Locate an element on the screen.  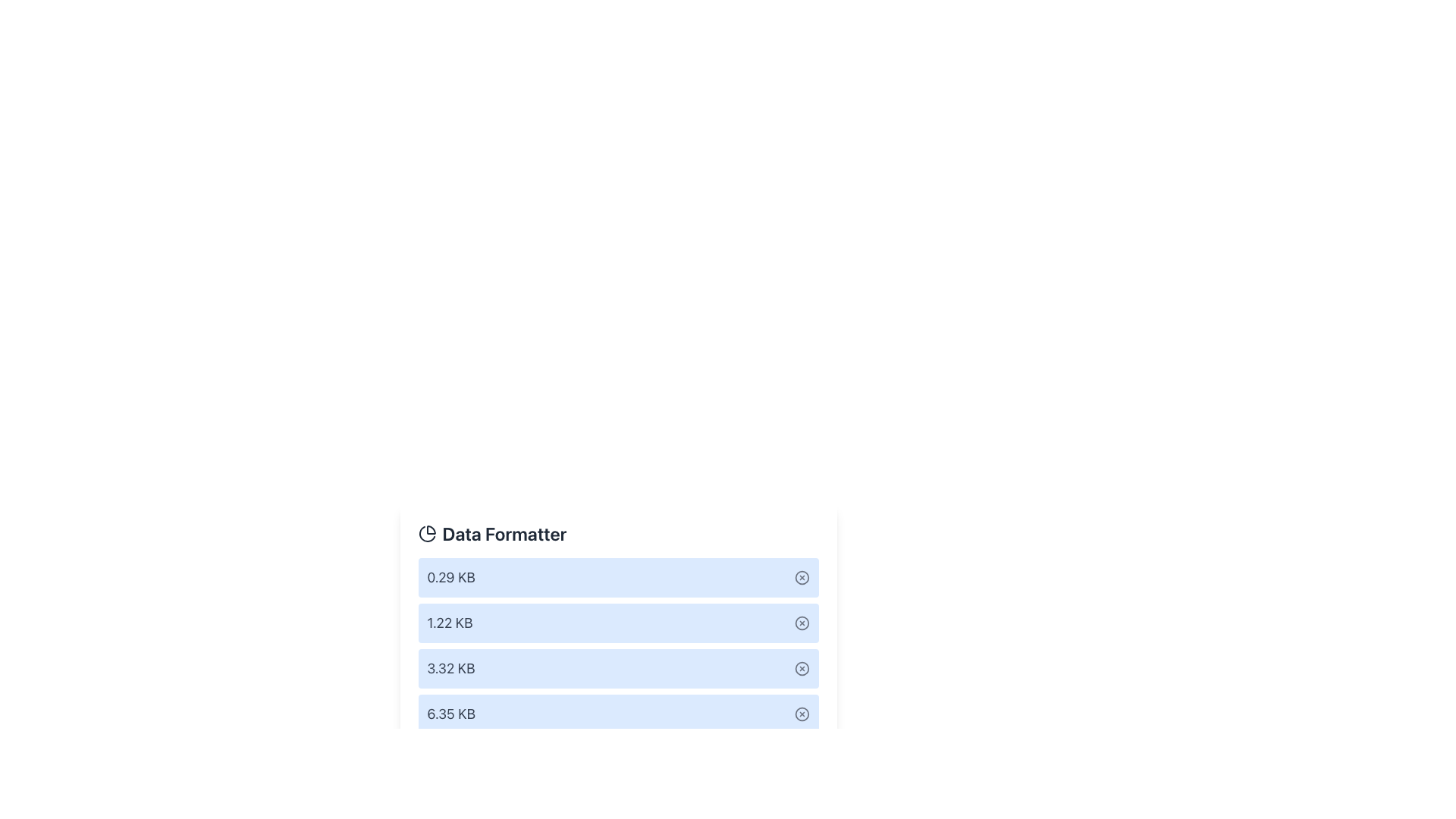
the text label displaying '6.35 KB' is located at coordinates (450, 714).